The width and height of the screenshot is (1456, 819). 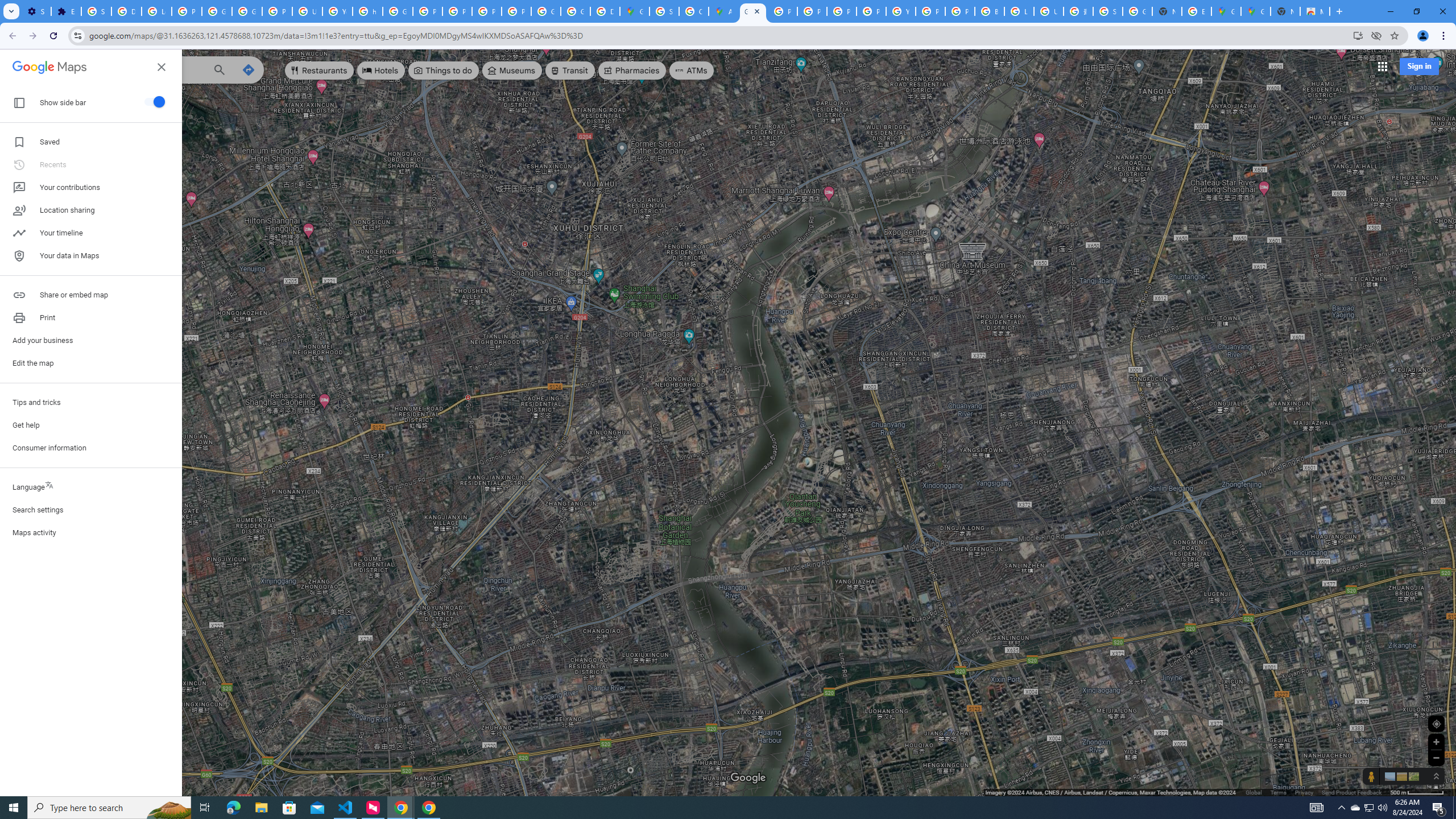 What do you see at coordinates (337, 11) in the screenshot?
I see `'YouTube'` at bounding box center [337, 11].